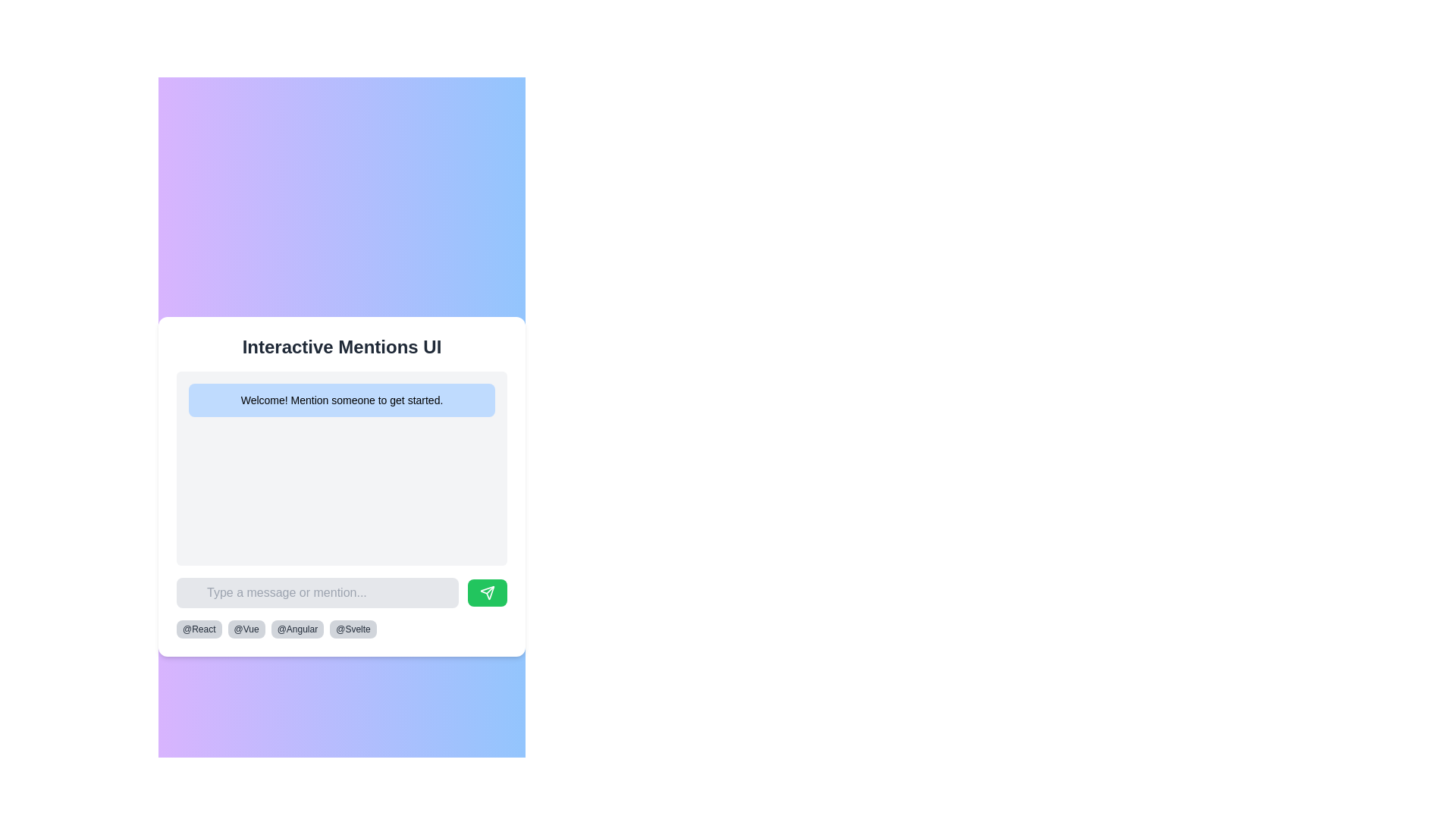 The height and width of the screenshot is (819, 1456). I want to click on the label displaying the text '@Svelte', so click(352, 629).